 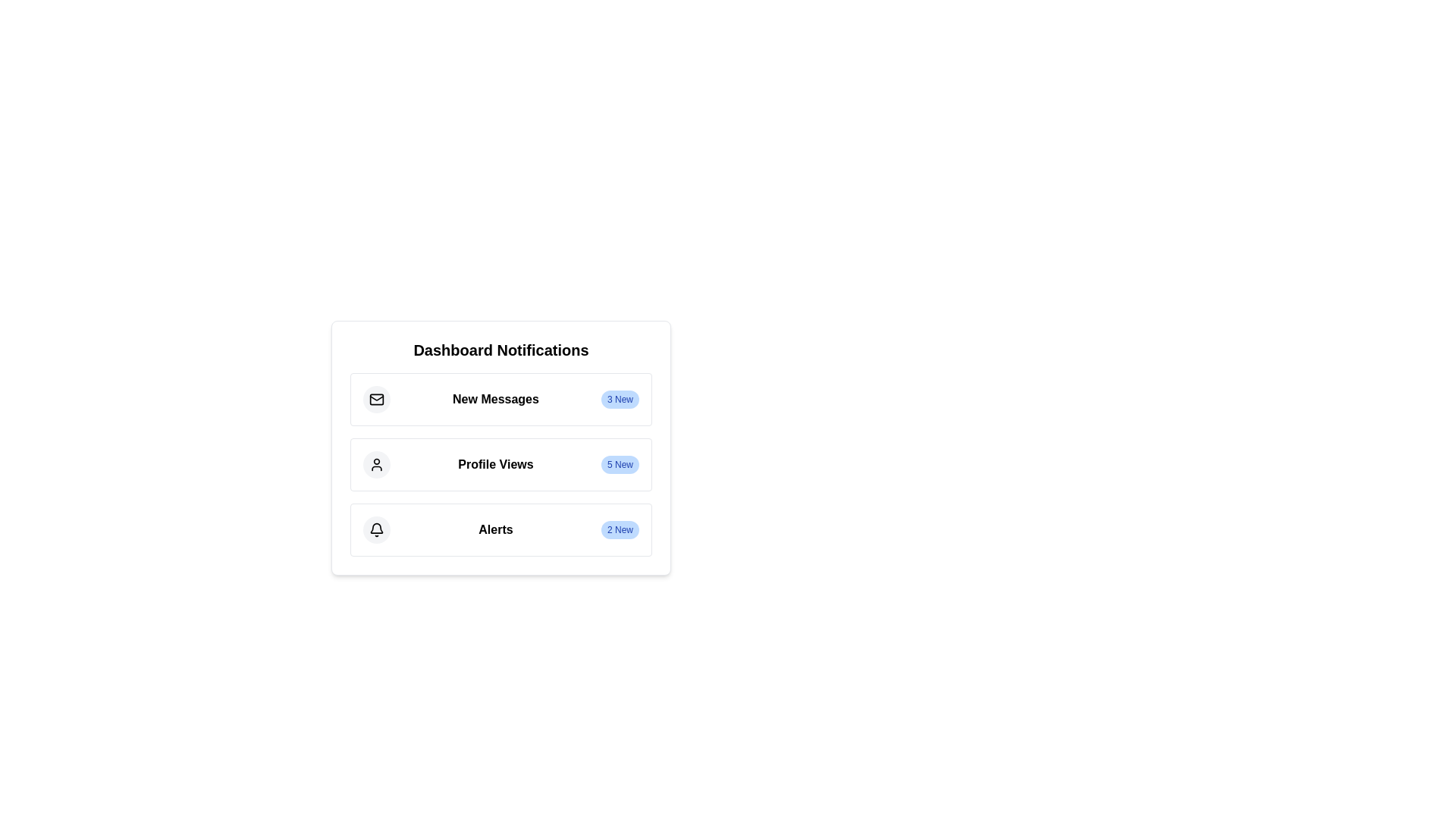 What do you see at coordinates (377, 464) in the screenshot?
I see `the user profile views icon, which is centrally located in the second row of the 'Dashboard Notifications' card, next to the text 'Profile Views'` at bounding box center [377, 464].